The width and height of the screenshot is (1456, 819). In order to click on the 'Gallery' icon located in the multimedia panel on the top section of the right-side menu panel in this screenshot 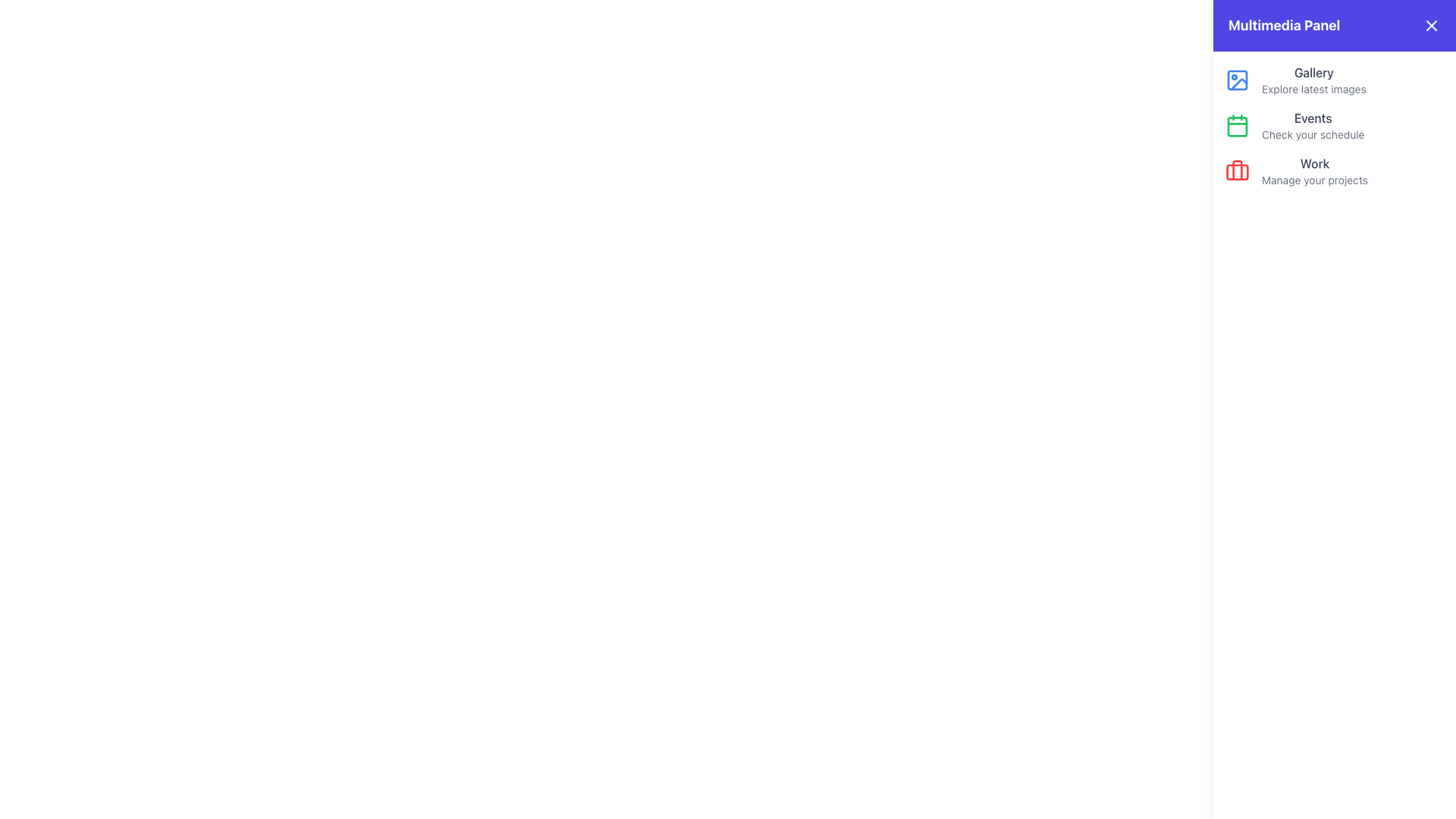, I will do `click(1238, 84)`.